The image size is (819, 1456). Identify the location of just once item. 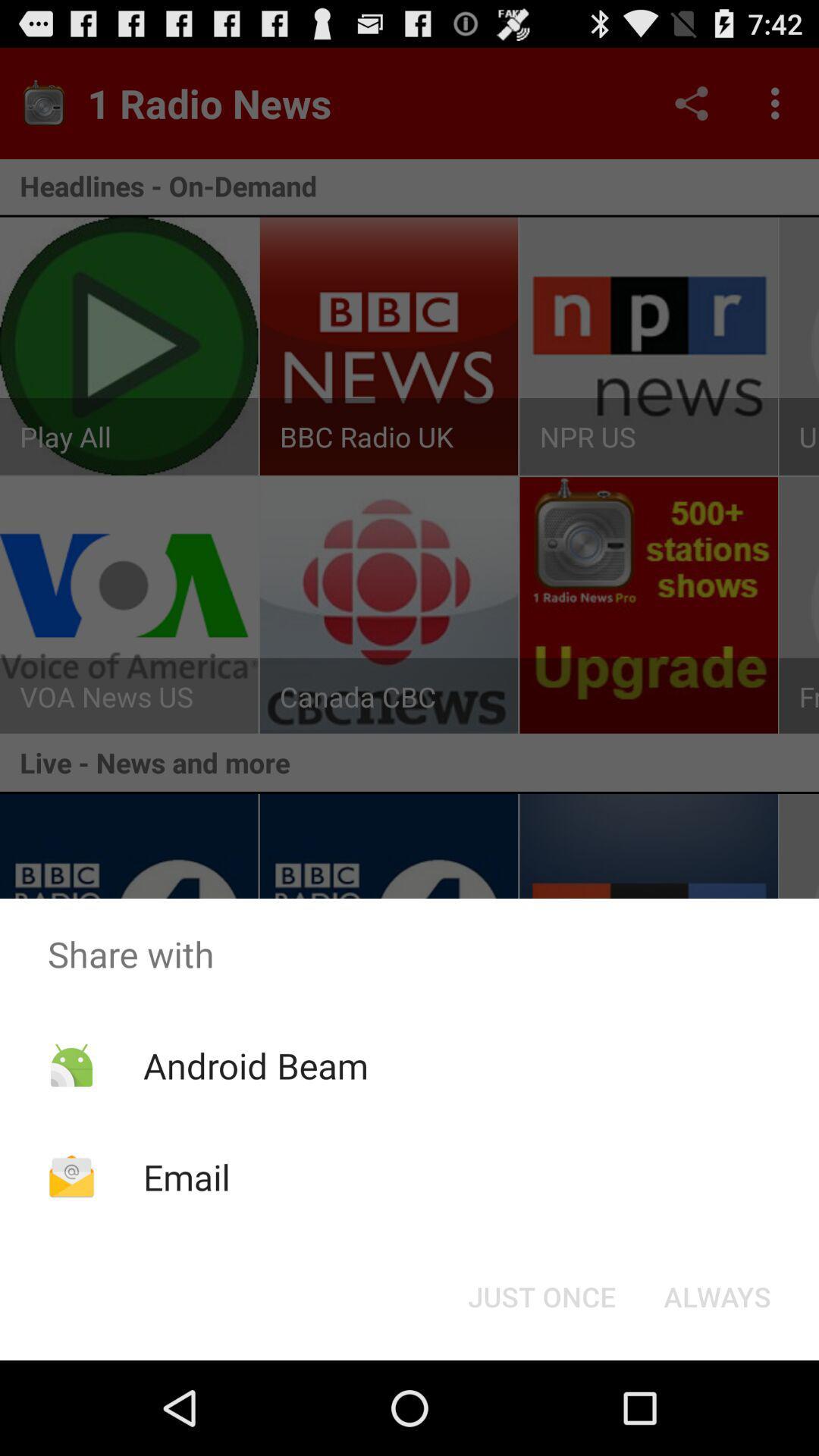
(541, 1295).